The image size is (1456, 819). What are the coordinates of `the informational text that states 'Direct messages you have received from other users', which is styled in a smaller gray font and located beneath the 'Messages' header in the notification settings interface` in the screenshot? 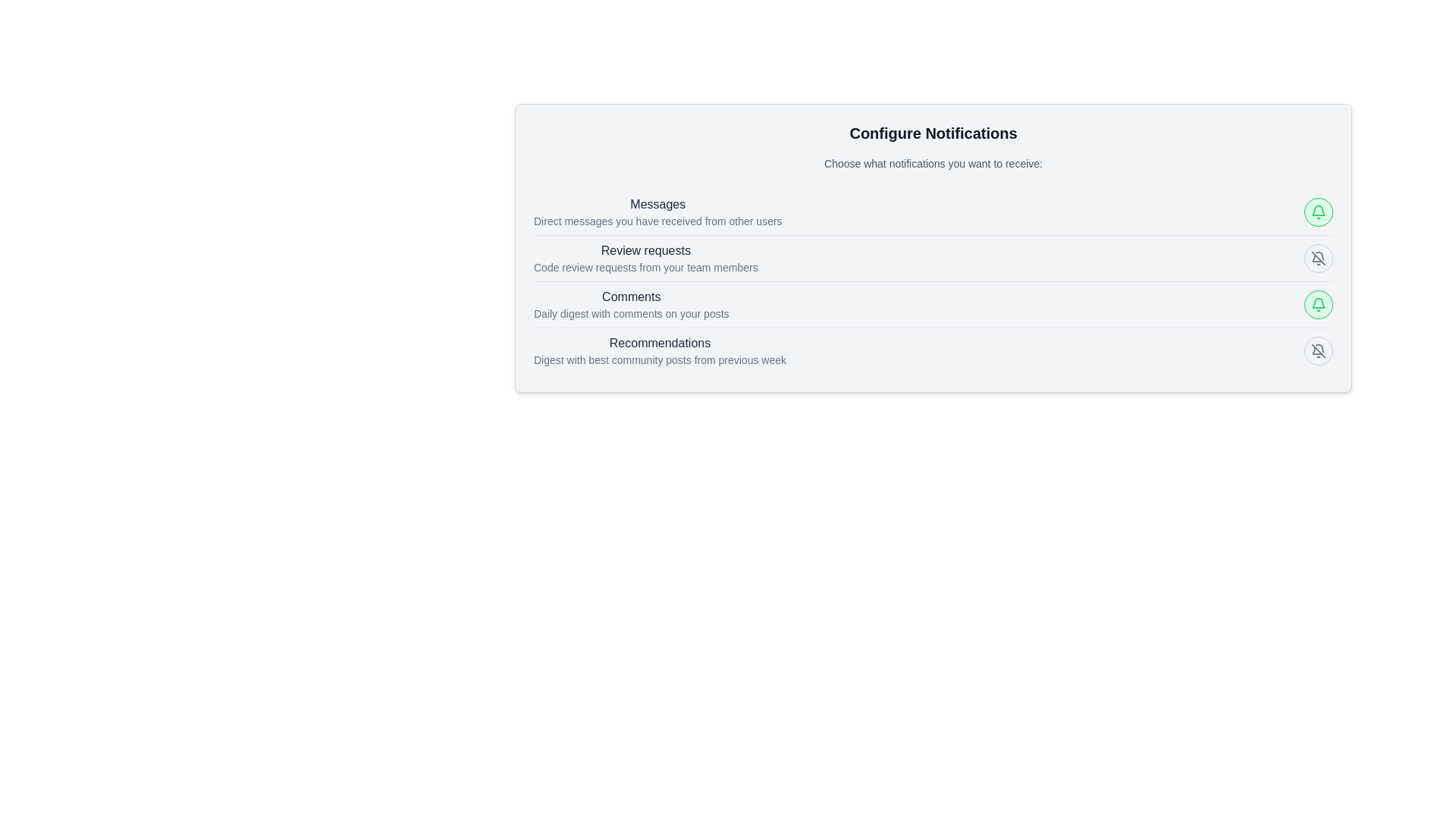 It's located at (657, 221).